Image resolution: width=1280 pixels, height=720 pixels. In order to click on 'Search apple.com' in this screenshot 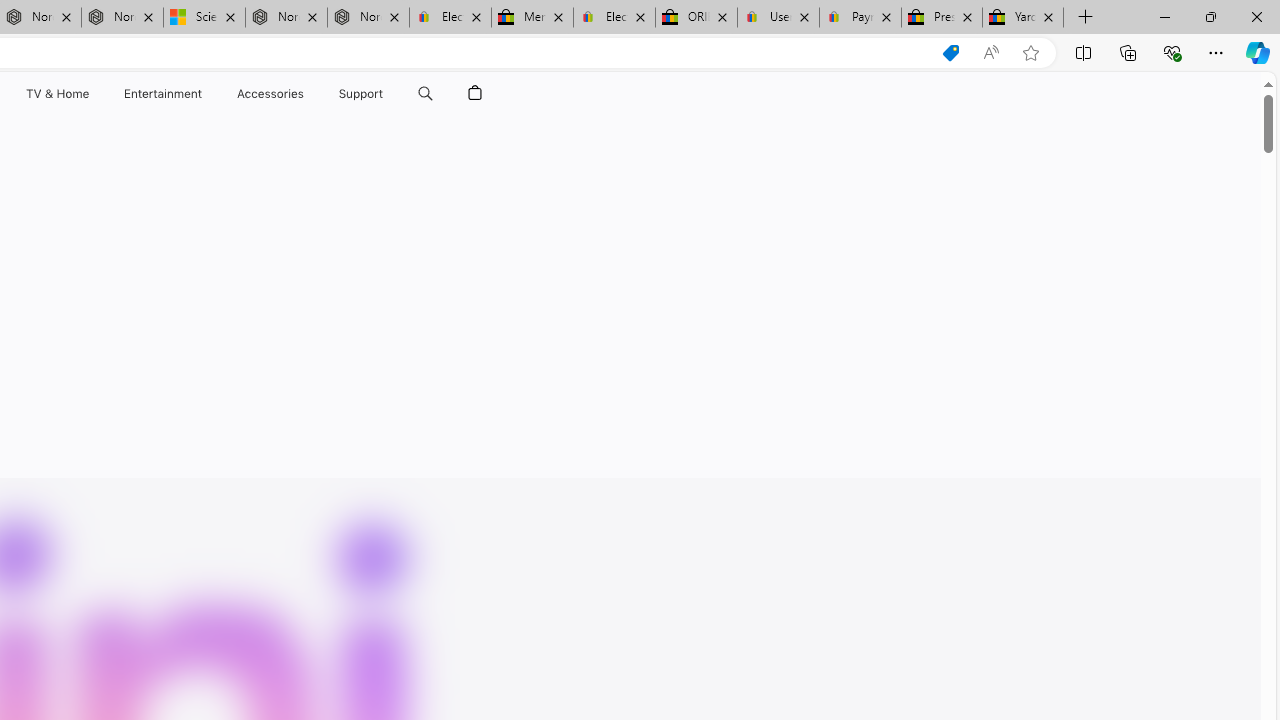, I will do `click(424, 93)`.